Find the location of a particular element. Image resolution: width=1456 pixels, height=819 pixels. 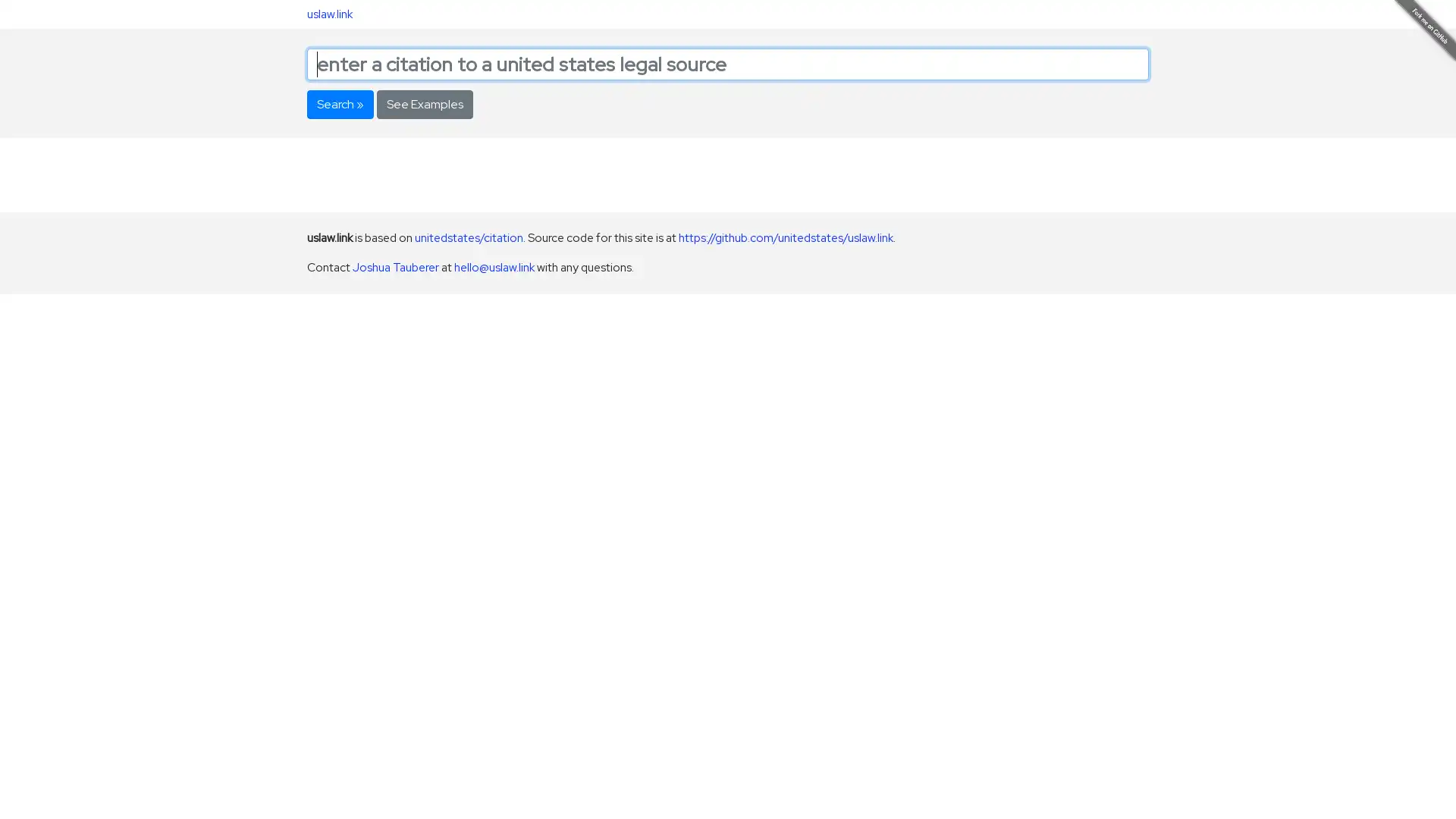

See Examples is located at coordinates (425, 103).